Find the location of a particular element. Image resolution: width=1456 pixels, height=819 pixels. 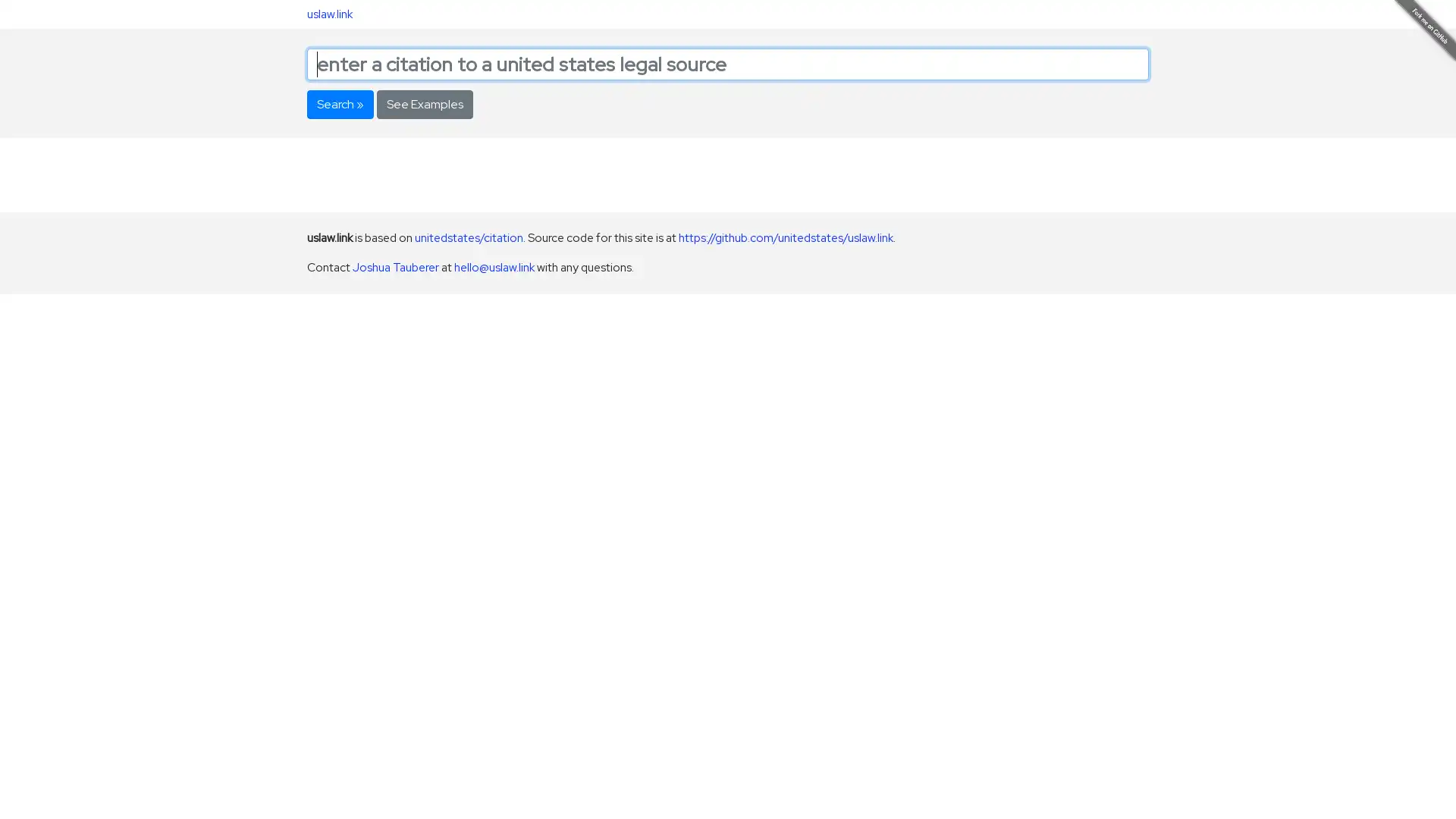

See Examples is located at coordinates (425, 103).